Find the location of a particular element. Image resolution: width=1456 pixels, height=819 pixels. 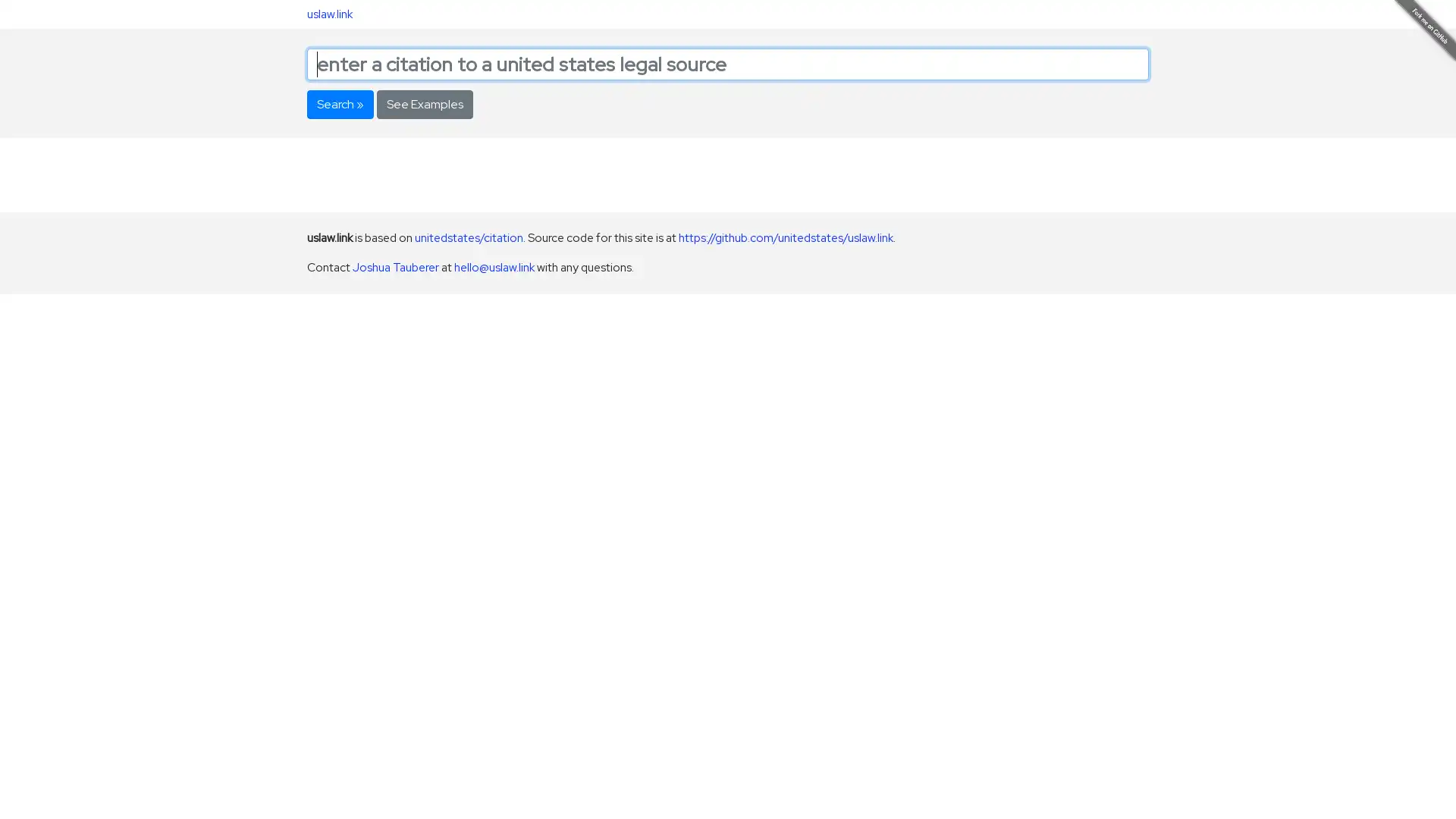

See Examples is located at coordinates (425, 103).